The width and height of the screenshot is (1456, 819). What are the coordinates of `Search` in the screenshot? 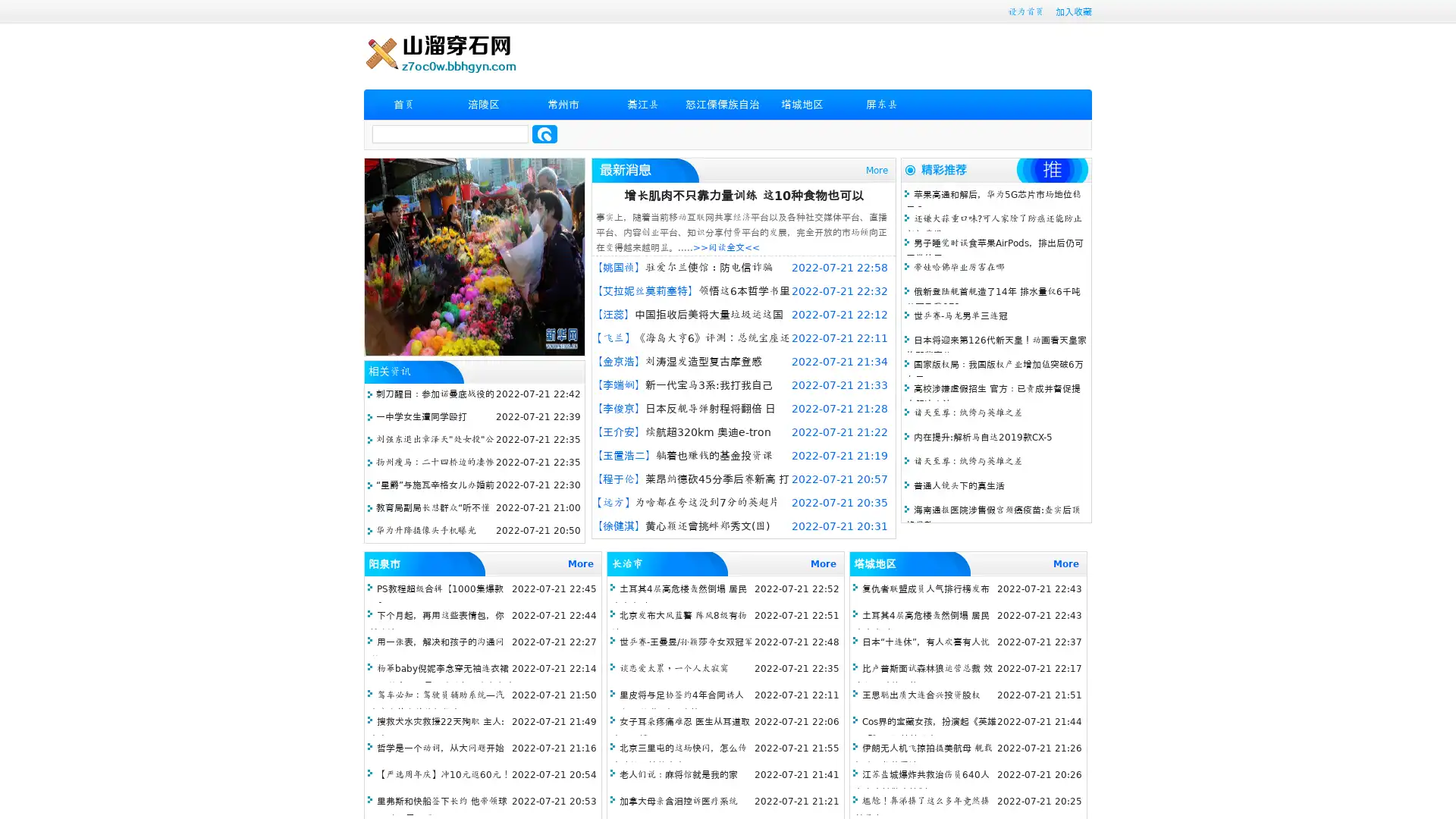 It's located at (544, 133).